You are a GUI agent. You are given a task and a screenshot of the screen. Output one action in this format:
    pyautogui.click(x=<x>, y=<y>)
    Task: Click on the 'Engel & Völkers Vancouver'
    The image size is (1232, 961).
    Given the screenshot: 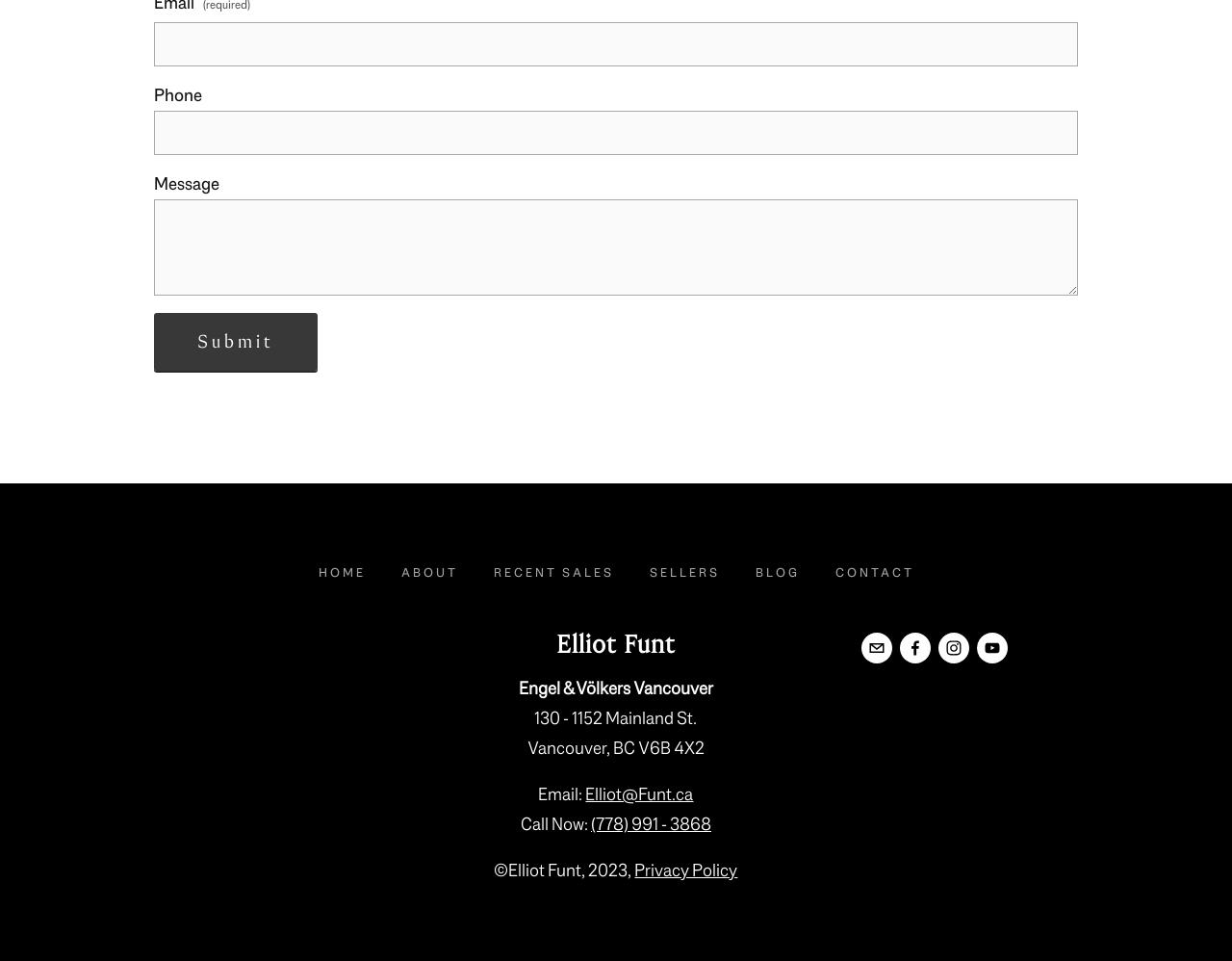 What is the action you would take?
    pyautogui.click(x=517, y=688)
    